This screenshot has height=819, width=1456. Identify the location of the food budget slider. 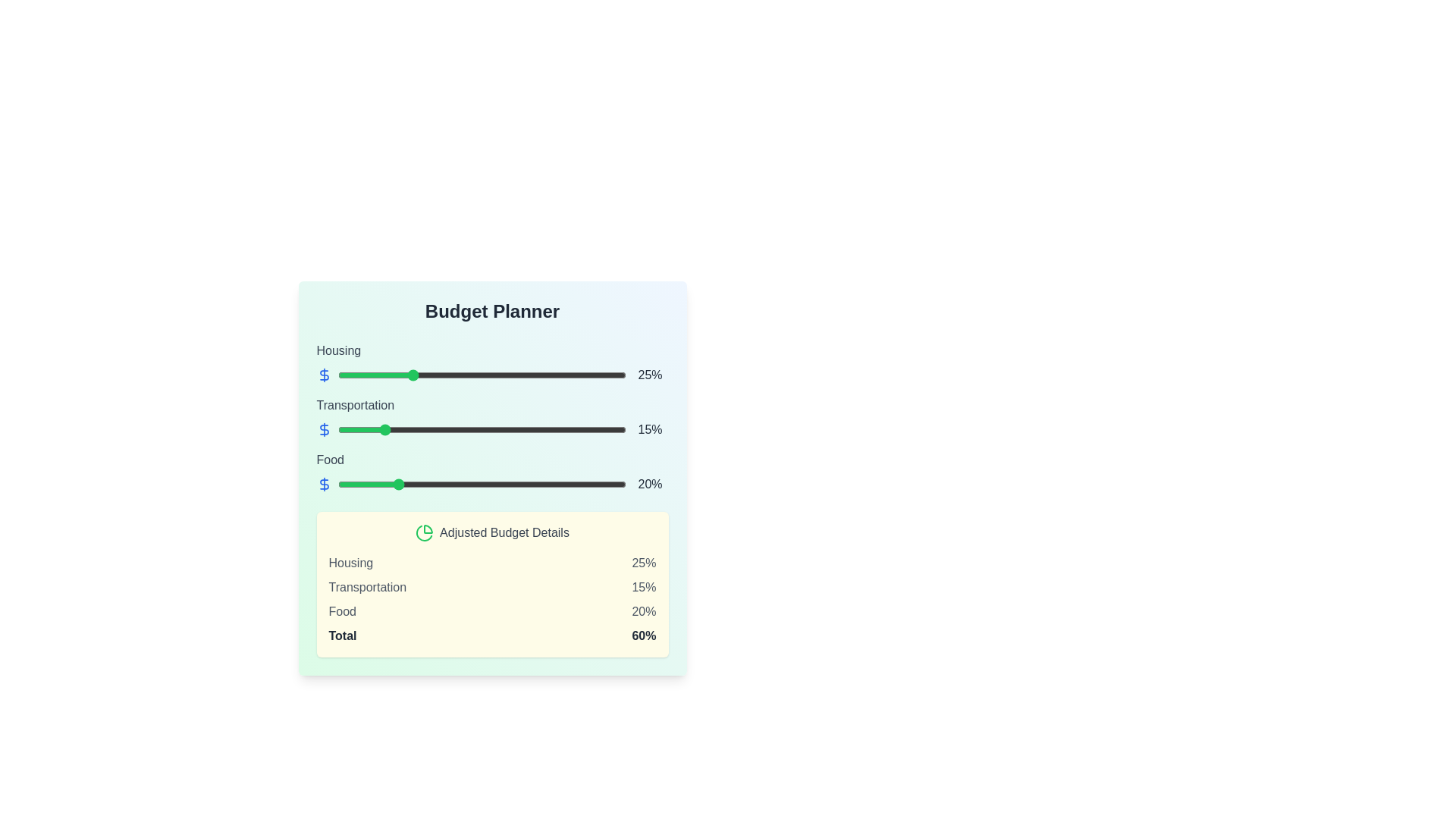
(478, 485).